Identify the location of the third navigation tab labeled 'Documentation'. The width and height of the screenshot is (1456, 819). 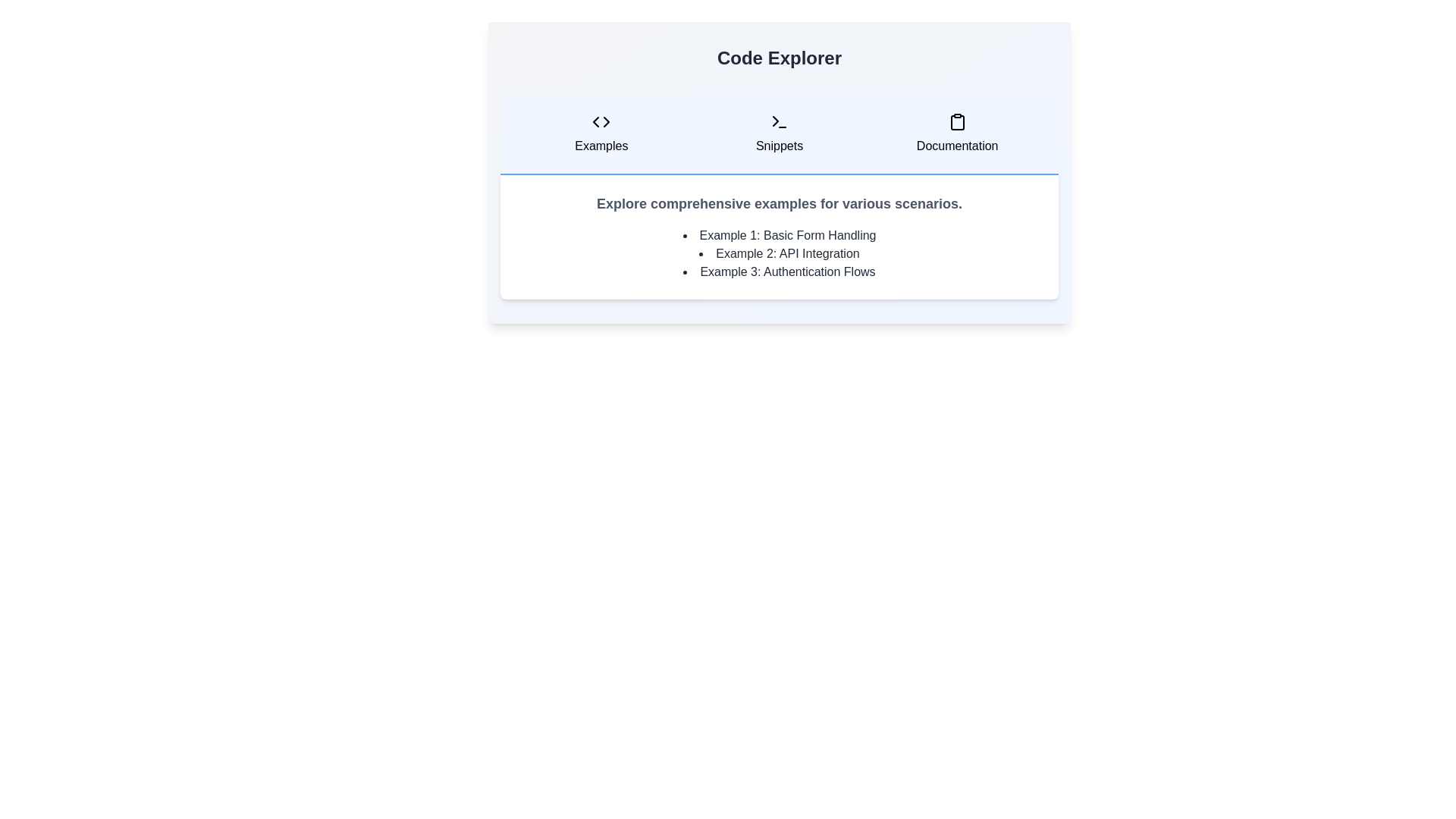
(956, 133).